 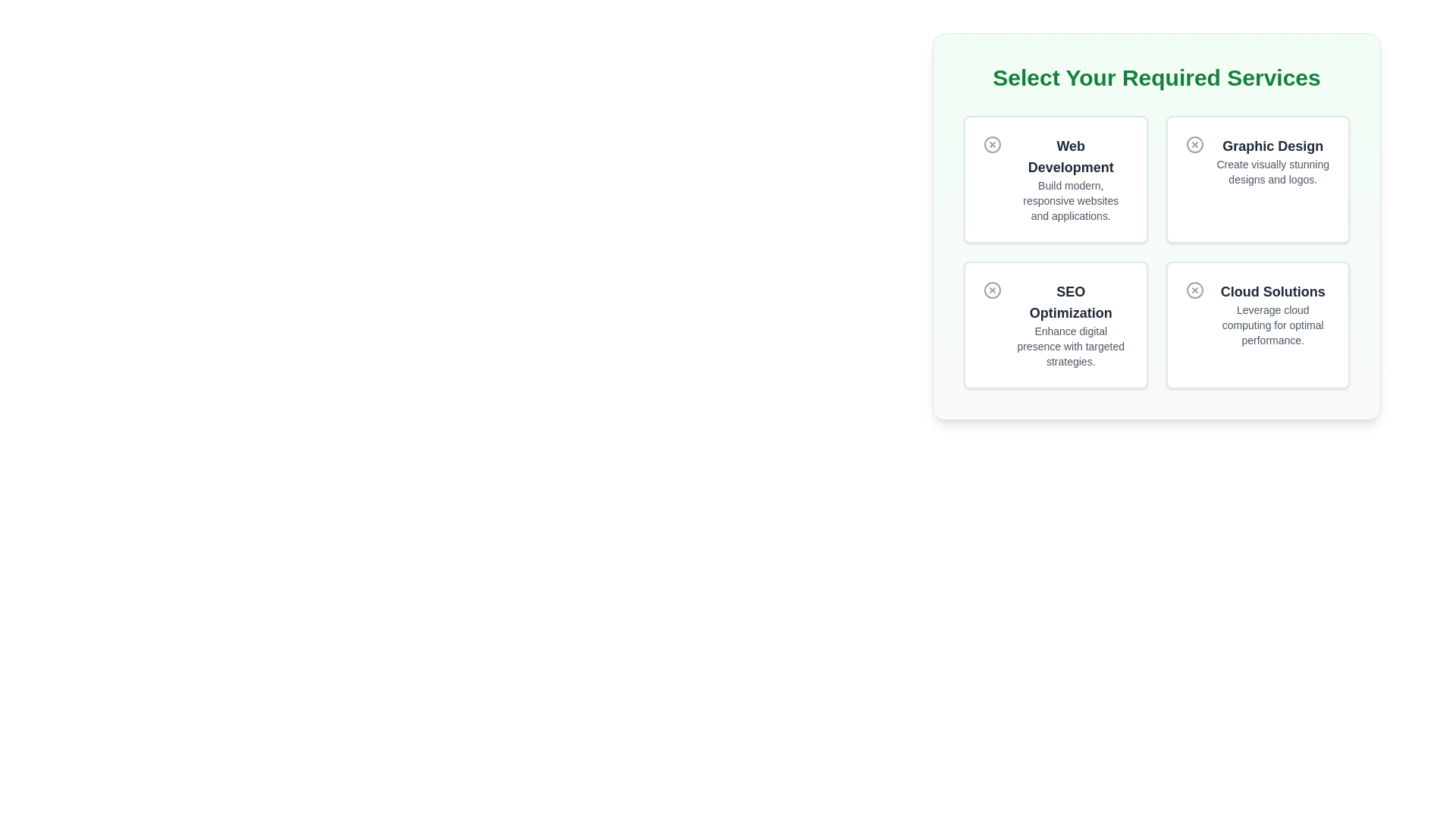 I want to click on the dismiss IconButton located in the upper-right of the 'Graphic Design' card to observe the scaling effect, so click(x=1194, y=145).